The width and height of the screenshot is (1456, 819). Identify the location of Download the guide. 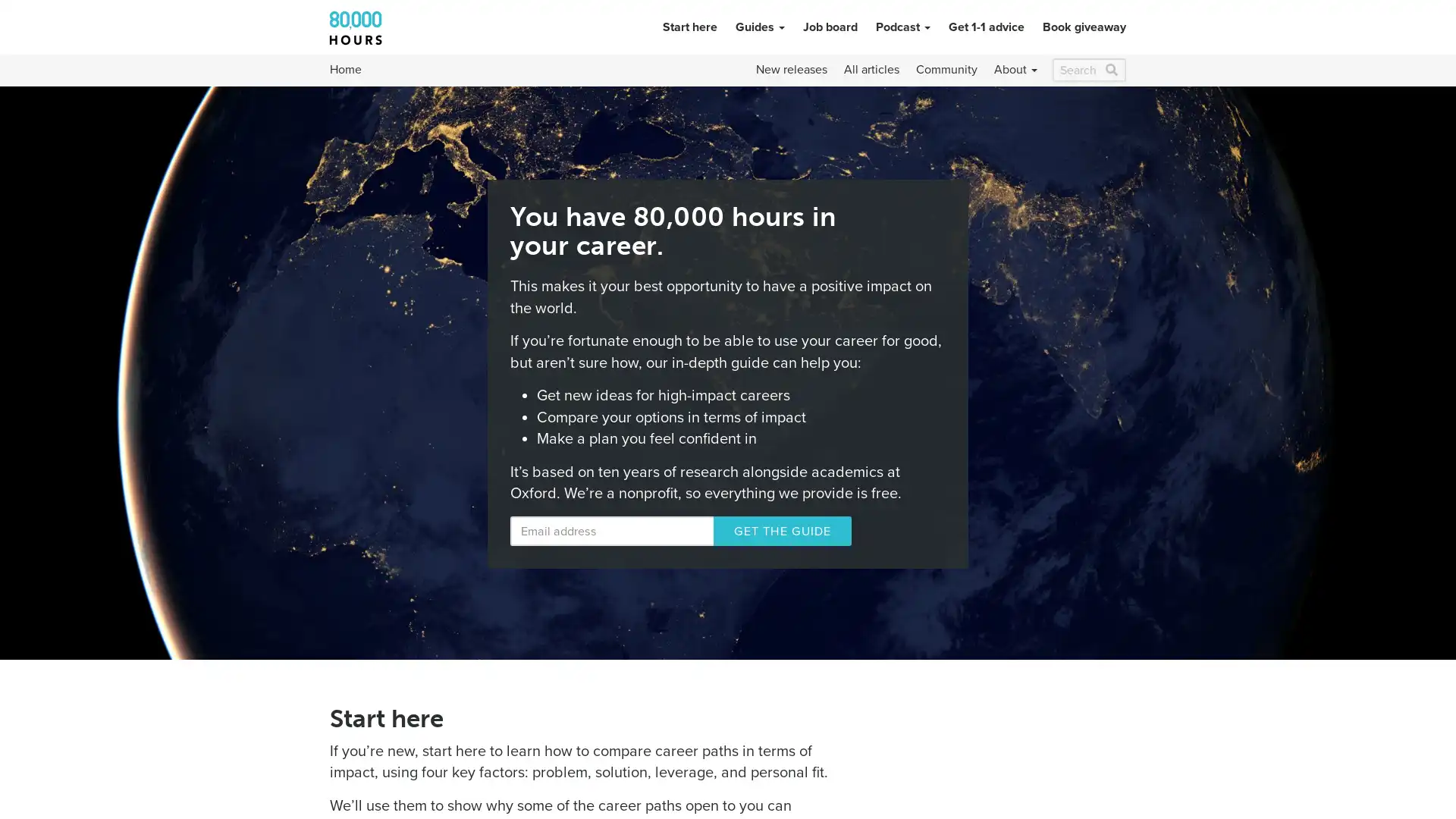
(758, 530).